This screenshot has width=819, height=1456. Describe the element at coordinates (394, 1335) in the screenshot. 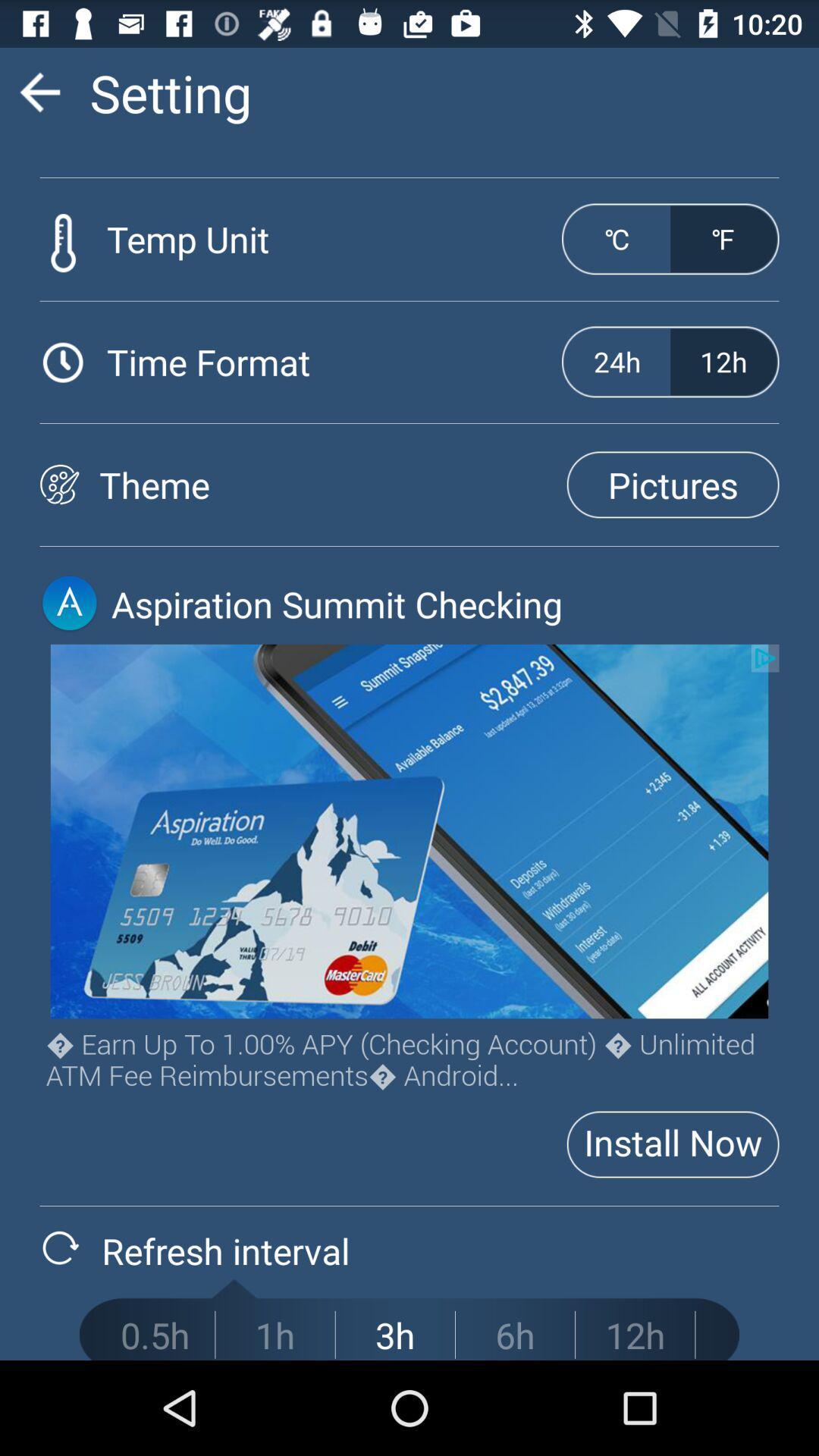

I see `the text 3h shown in between 1h and 6h` at that location.